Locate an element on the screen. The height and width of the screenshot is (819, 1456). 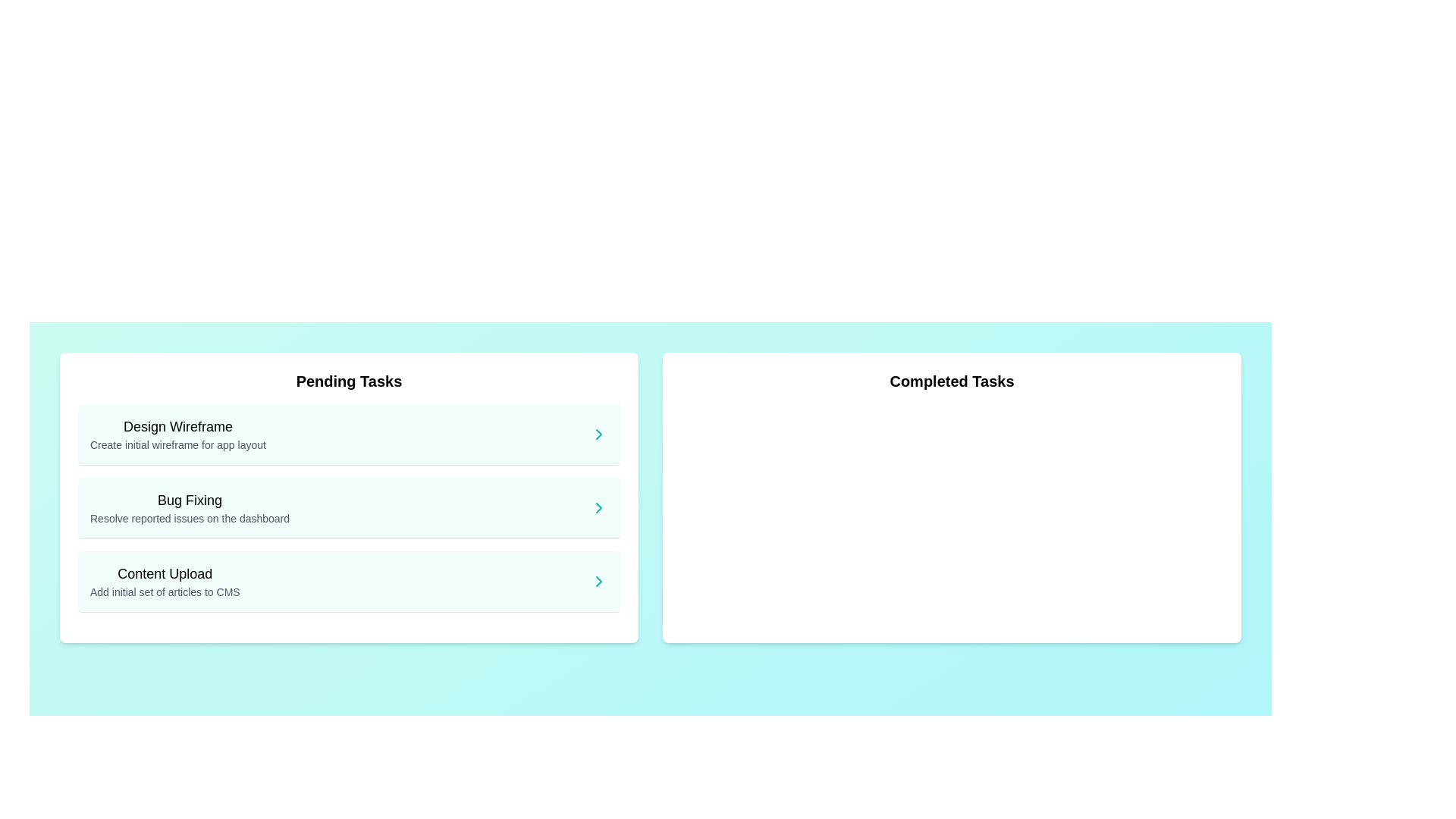
the informational text label that provides a description of the 'Content Upload' task, located beneath the main heading in the 'Content Upload' section is located at coordinates (165, 591).